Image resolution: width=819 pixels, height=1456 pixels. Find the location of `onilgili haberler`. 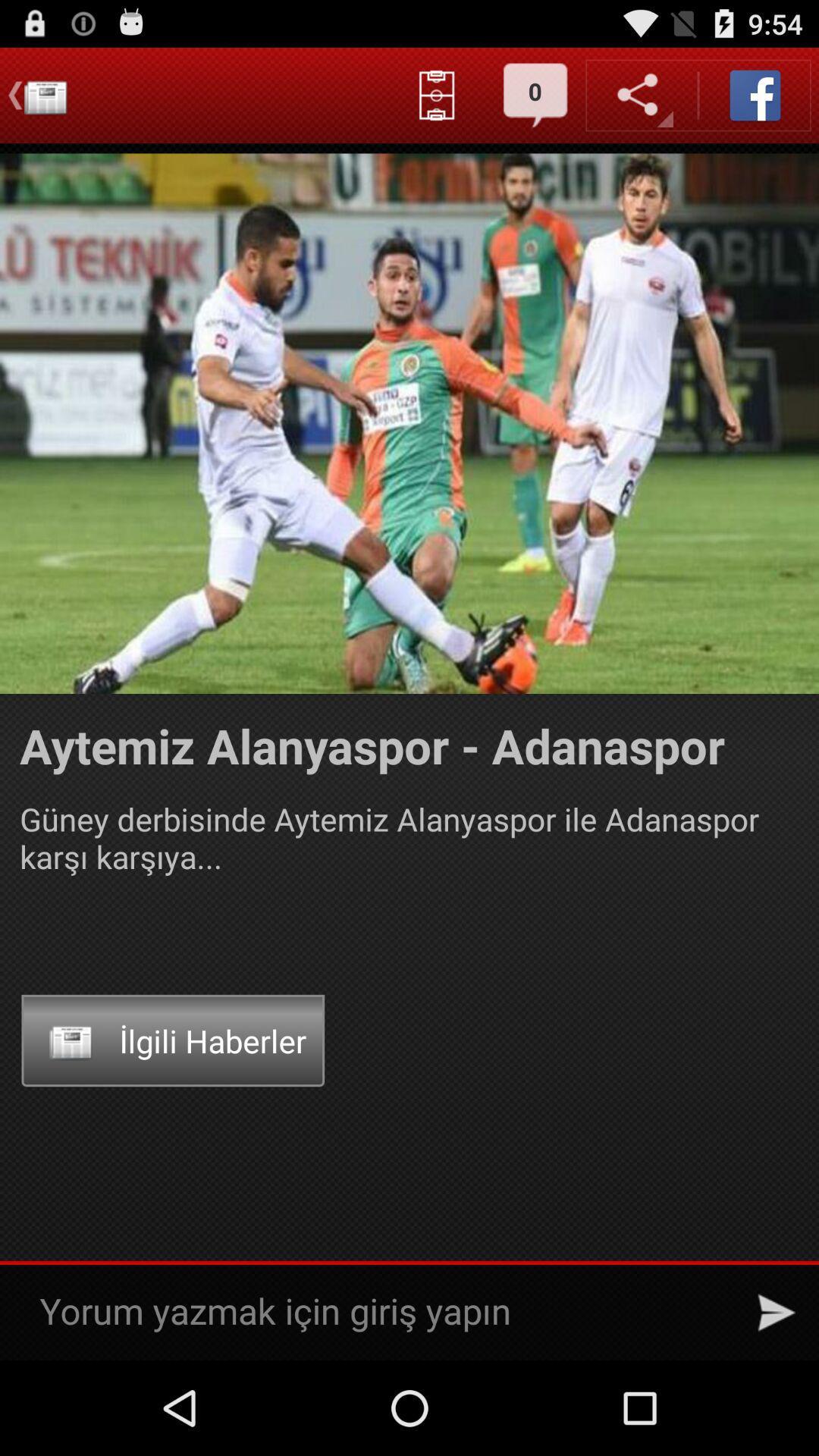

onilgili haberler is located at coordinates (172, 1040).